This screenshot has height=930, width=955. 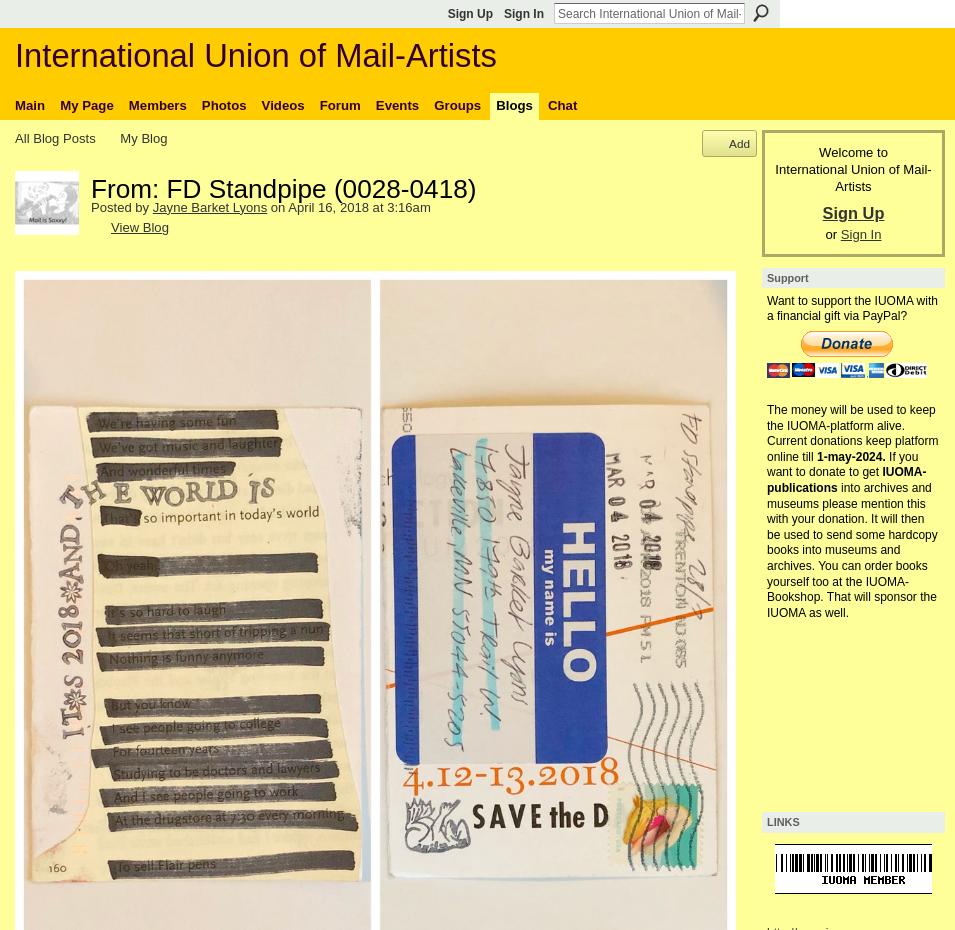 What do you see at coordinates (851, 455) in the screenshot?
I see `'1-may-2024.'` at bounding box center [851, 455].